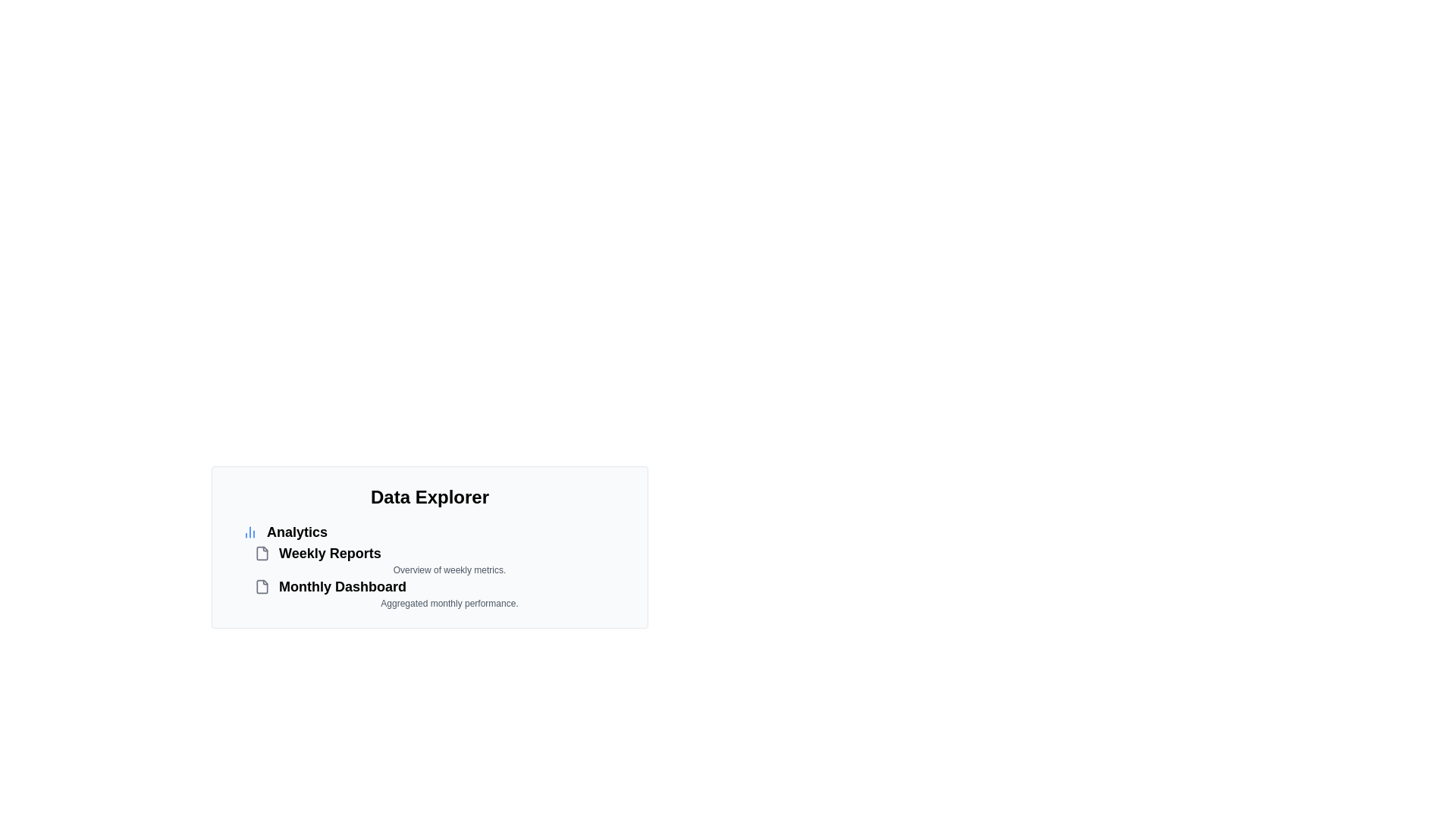 The height and width of the screenshot is (819, 1456). What do you see at coordinates (262, 586) in the screenshot?
I see `the document icon, which is a rounded rectangle-shaped outline located below the 'Weekly Reports' row and aligned with the 'Monthly Dashboard' text label` at bounding box center [262, 586].